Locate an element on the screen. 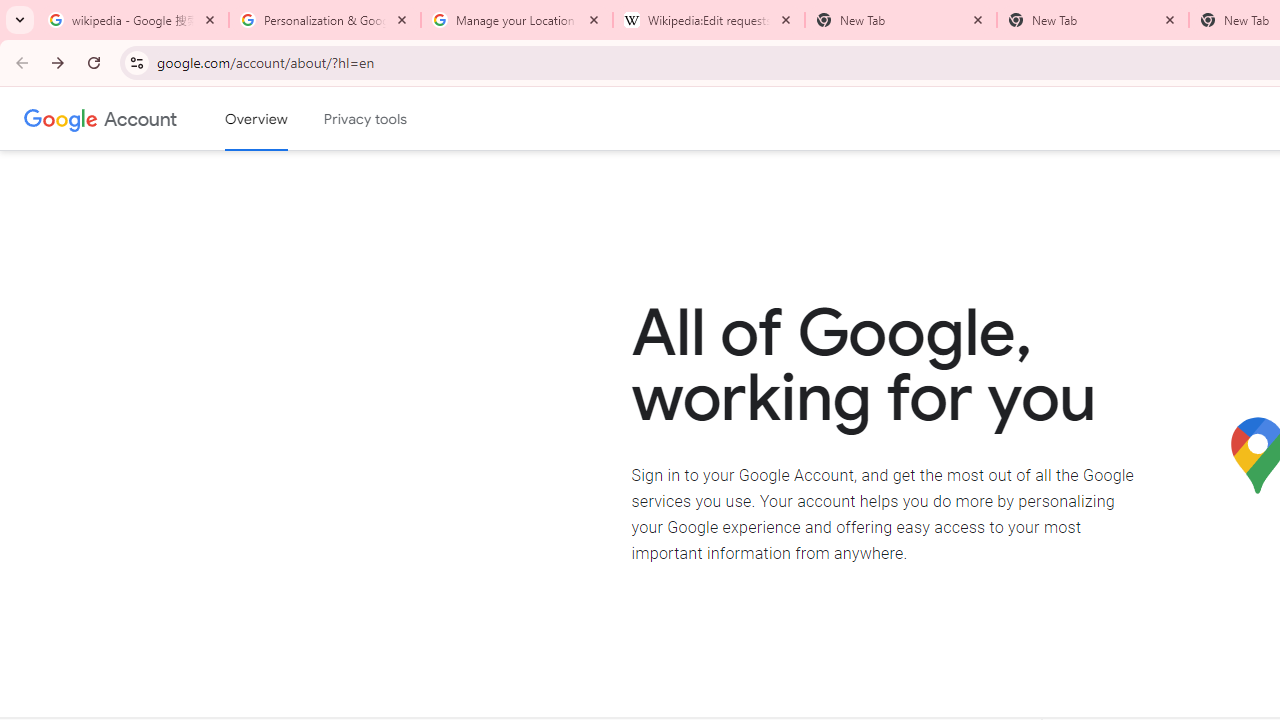 Image resolution: width=1280 pixels, height=720 pixels. 'Manage your Location History - Google Search Help' is located at coordinates (517, 20).